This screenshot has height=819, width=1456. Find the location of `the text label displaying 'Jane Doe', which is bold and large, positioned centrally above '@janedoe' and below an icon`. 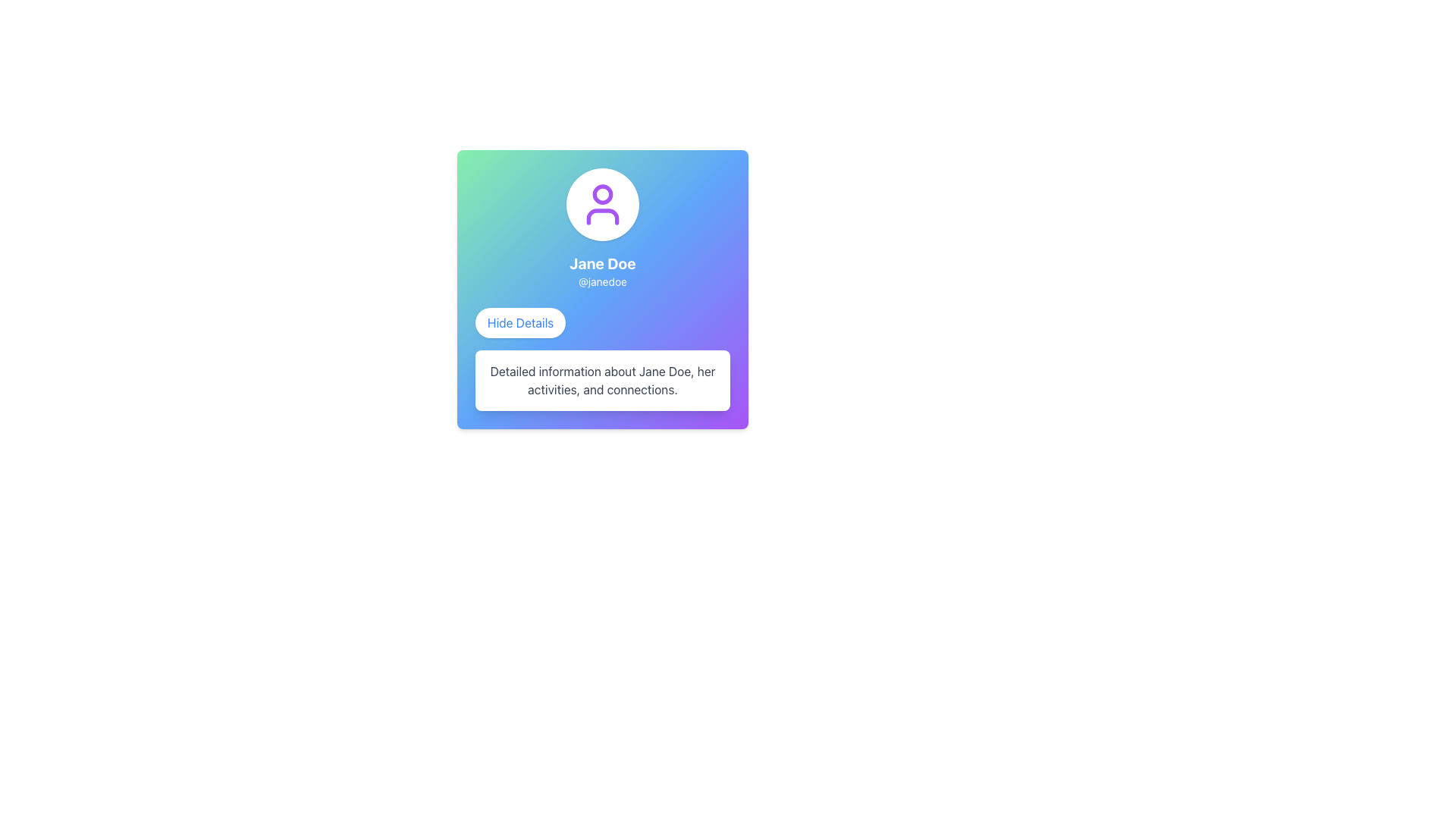

the text label displaying 'Jane Doe', which is bold and large, positioned centrally above '@janedoe' and below an icon is located at coordinates (602, 262).